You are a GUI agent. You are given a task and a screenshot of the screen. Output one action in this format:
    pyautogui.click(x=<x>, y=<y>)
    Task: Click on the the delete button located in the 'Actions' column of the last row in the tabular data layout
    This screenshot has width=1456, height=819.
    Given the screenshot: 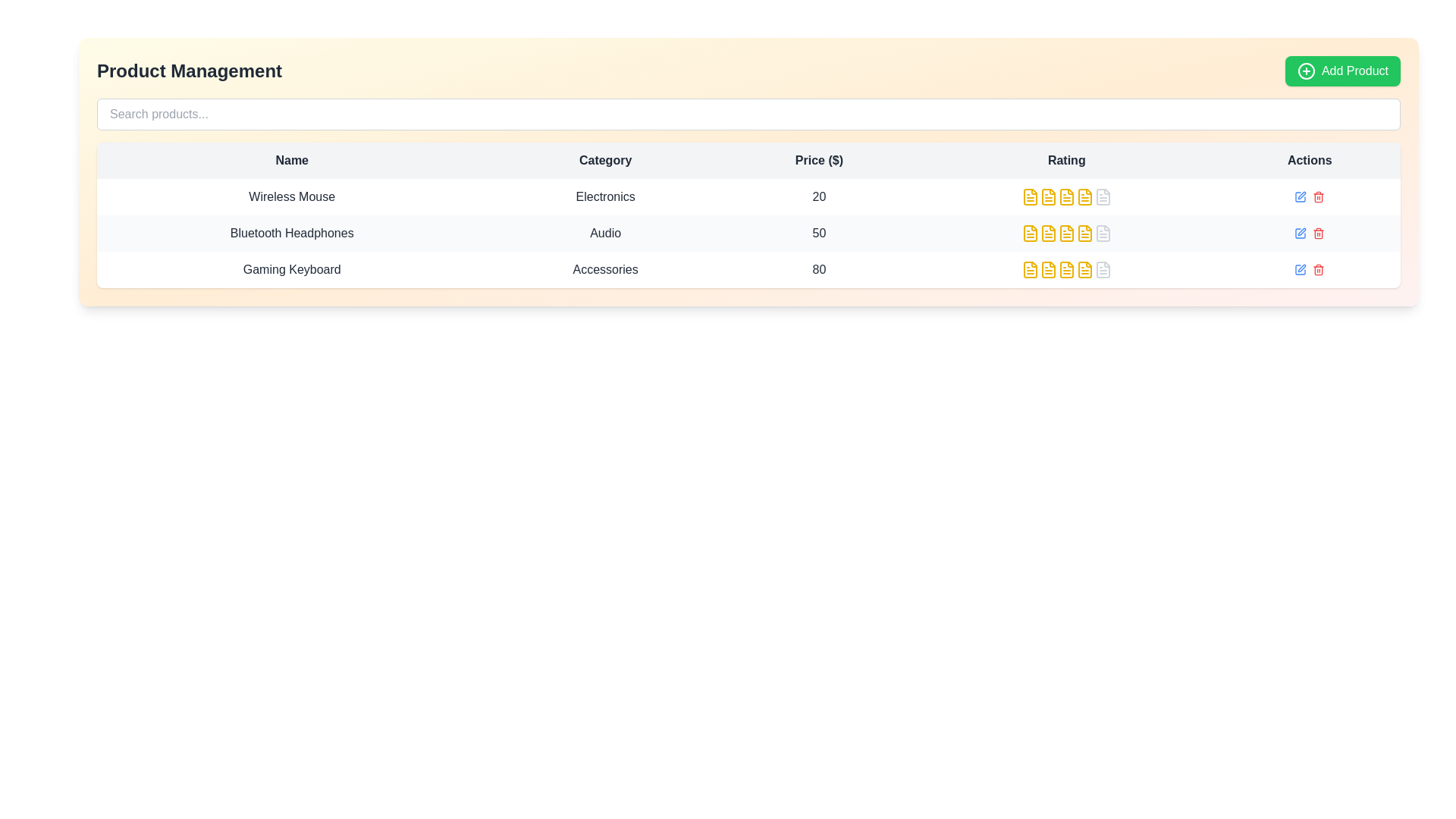 What is the action you would take?
    pyautogui.click(x=1317, y=234)
    